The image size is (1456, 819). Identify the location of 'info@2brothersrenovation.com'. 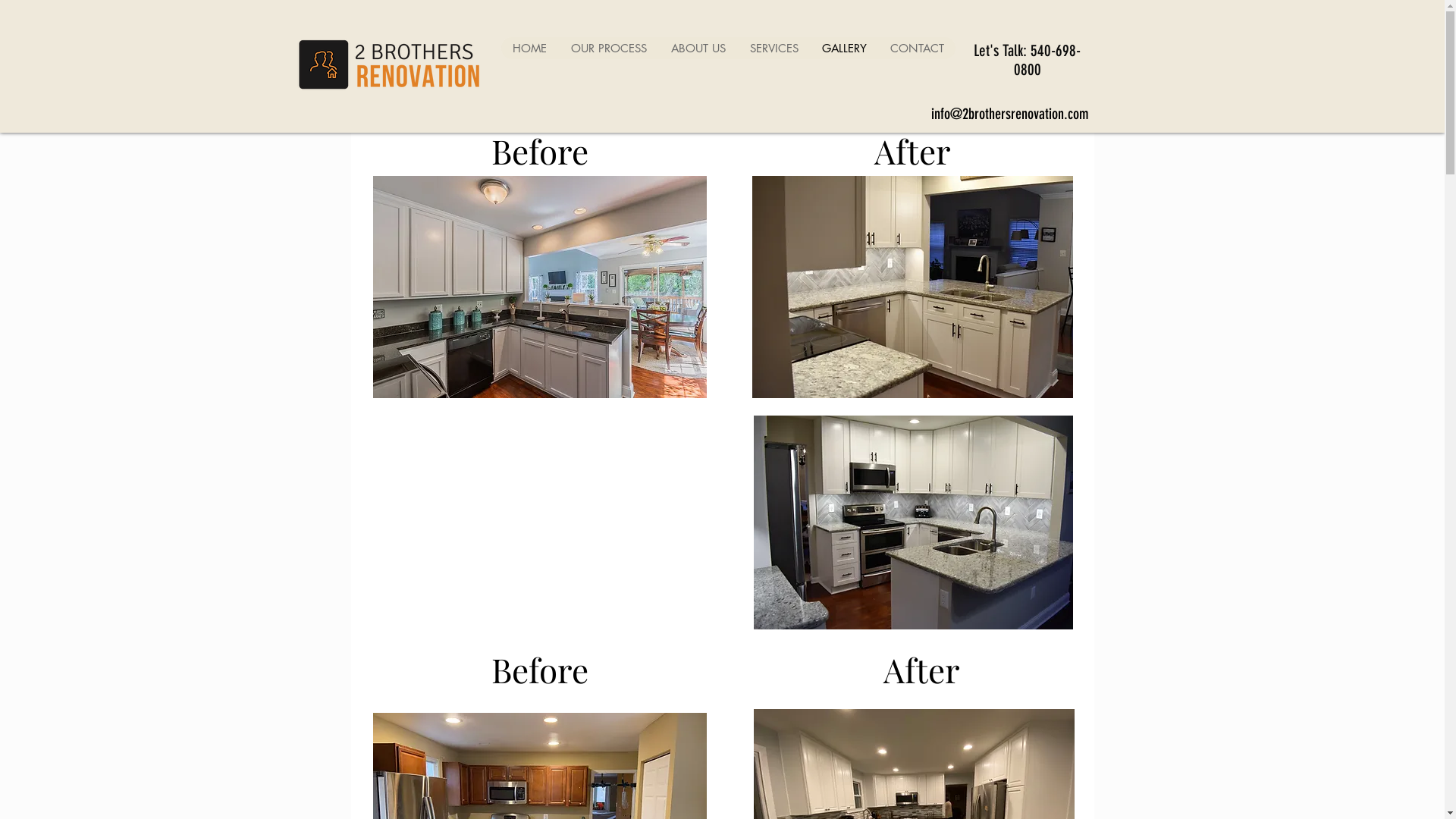
(930, 113).